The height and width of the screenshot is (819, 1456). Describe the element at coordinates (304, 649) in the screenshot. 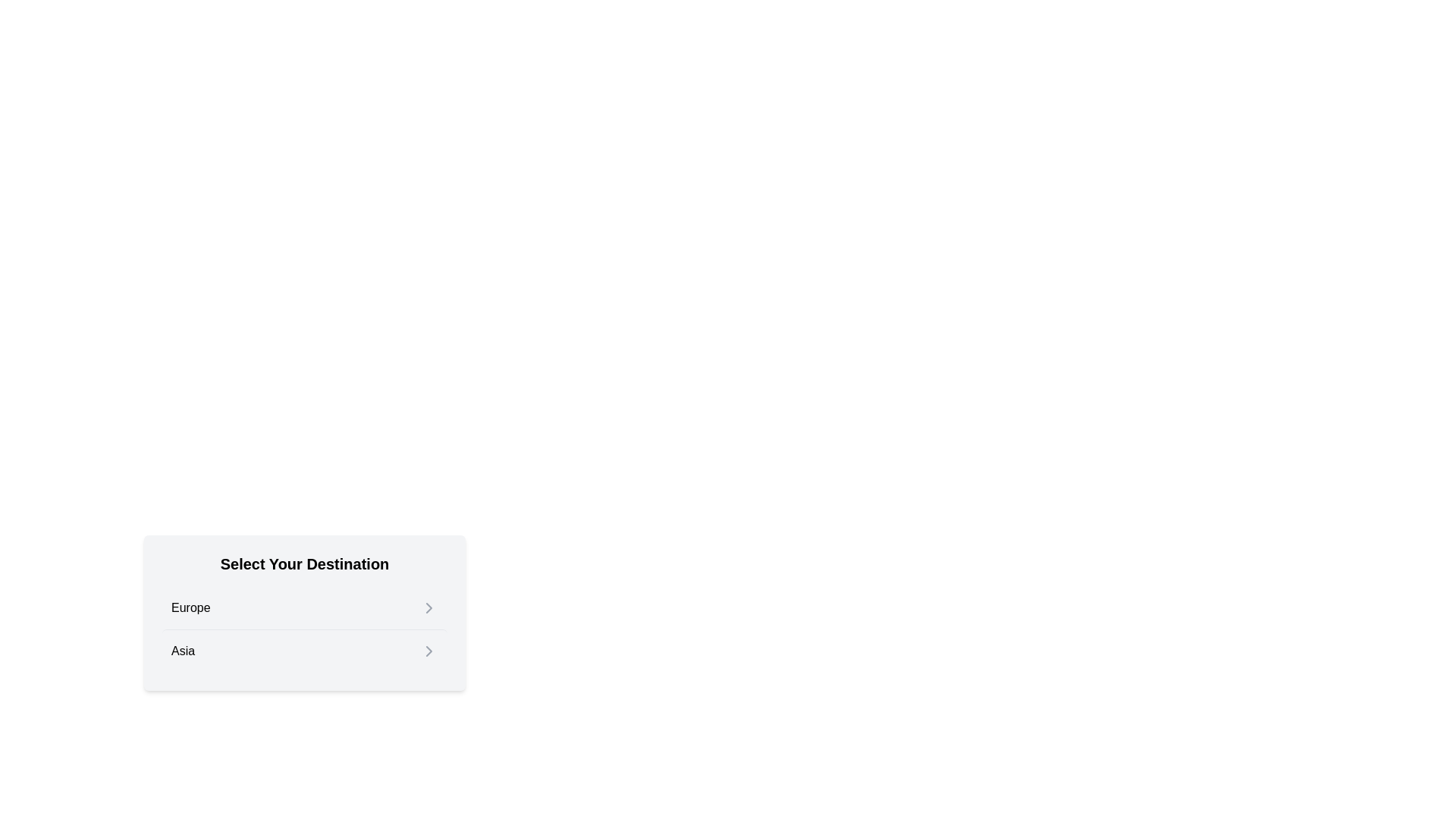

I see `the 'Asia' button-like list item located under 'Select Your Destination', which is the second item in the vertical list` at that location.